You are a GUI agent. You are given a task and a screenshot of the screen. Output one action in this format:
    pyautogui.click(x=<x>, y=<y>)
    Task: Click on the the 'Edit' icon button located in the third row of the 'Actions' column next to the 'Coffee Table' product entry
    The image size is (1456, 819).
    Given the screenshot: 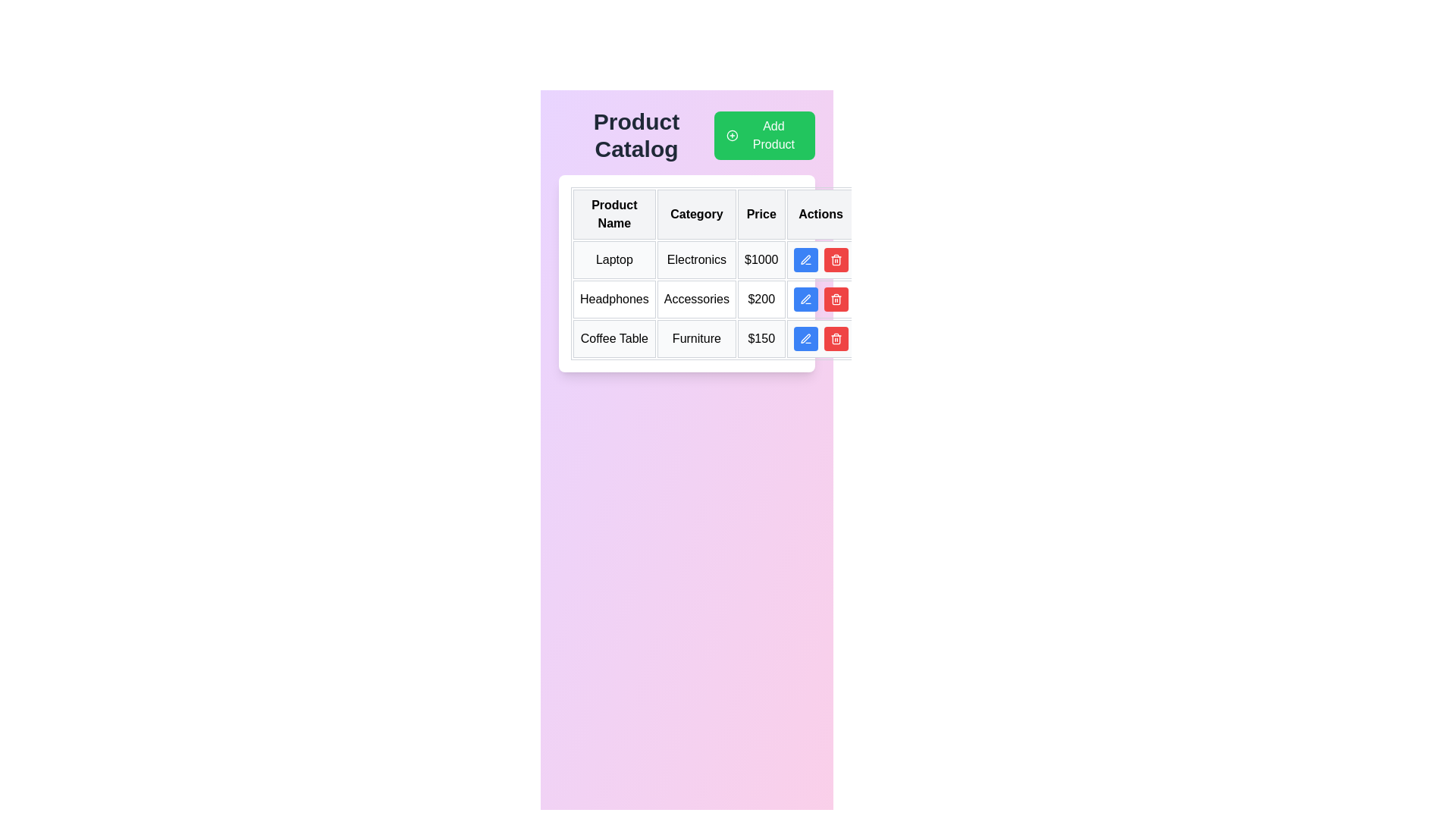 What is the action you would take?
    pyautogui.click(x=805, y=299)
    